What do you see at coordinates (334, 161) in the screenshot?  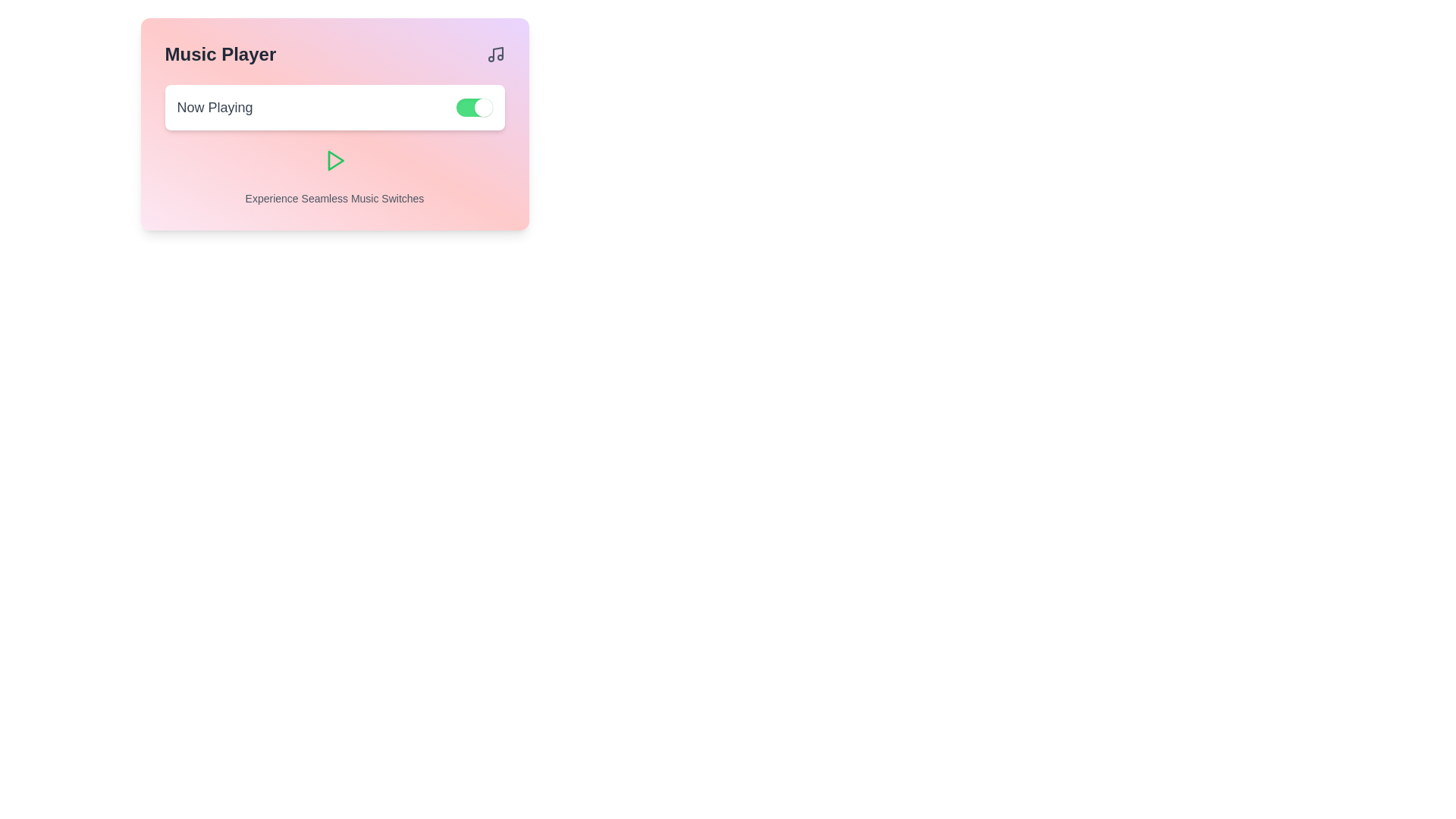 I see `the triangular play button icon, which is styled with a green stroke on a pink background` at bounding box center [334, 161].